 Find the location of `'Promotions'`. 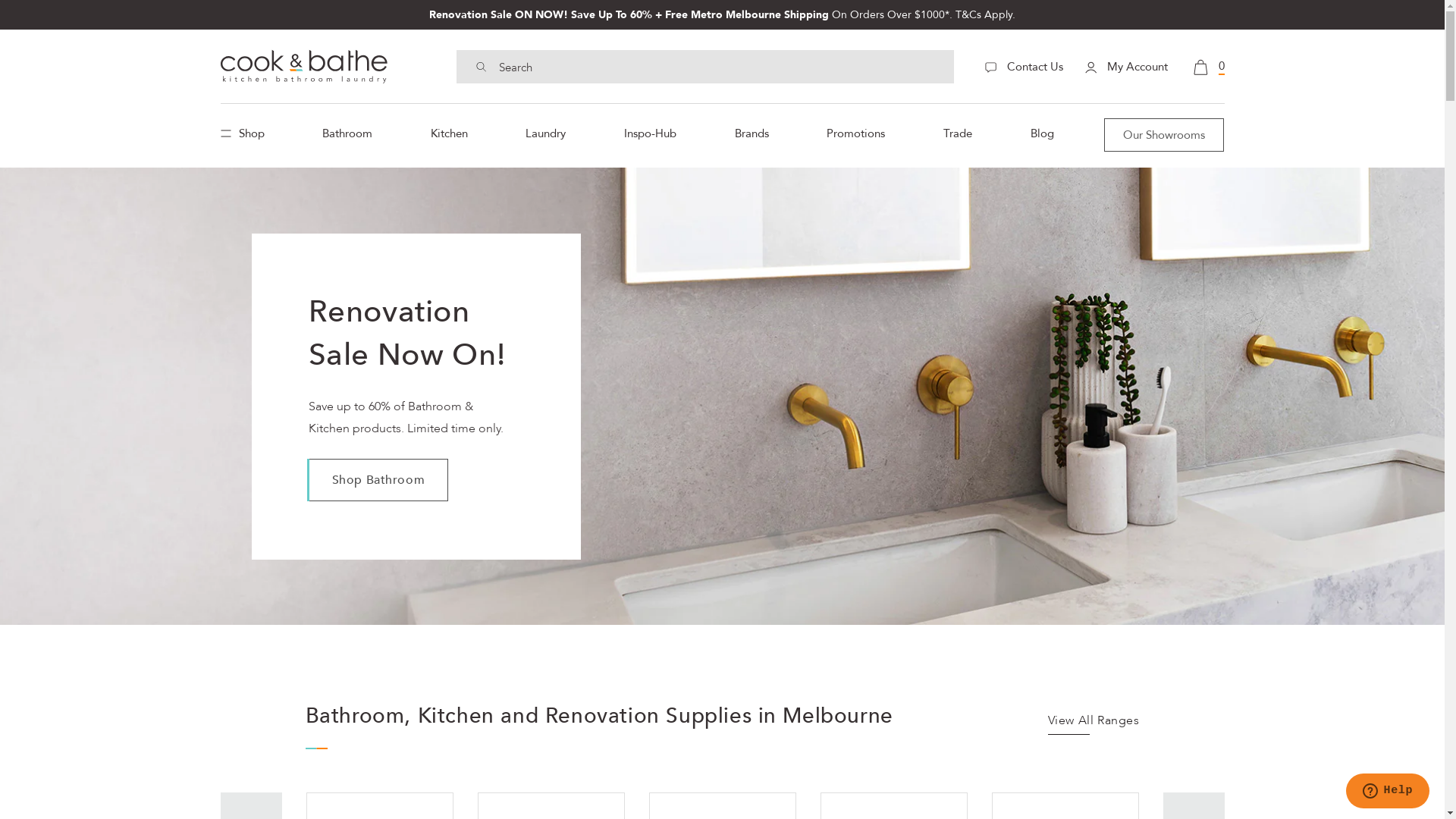

'Promotions' is located at coordinates (855, 133).